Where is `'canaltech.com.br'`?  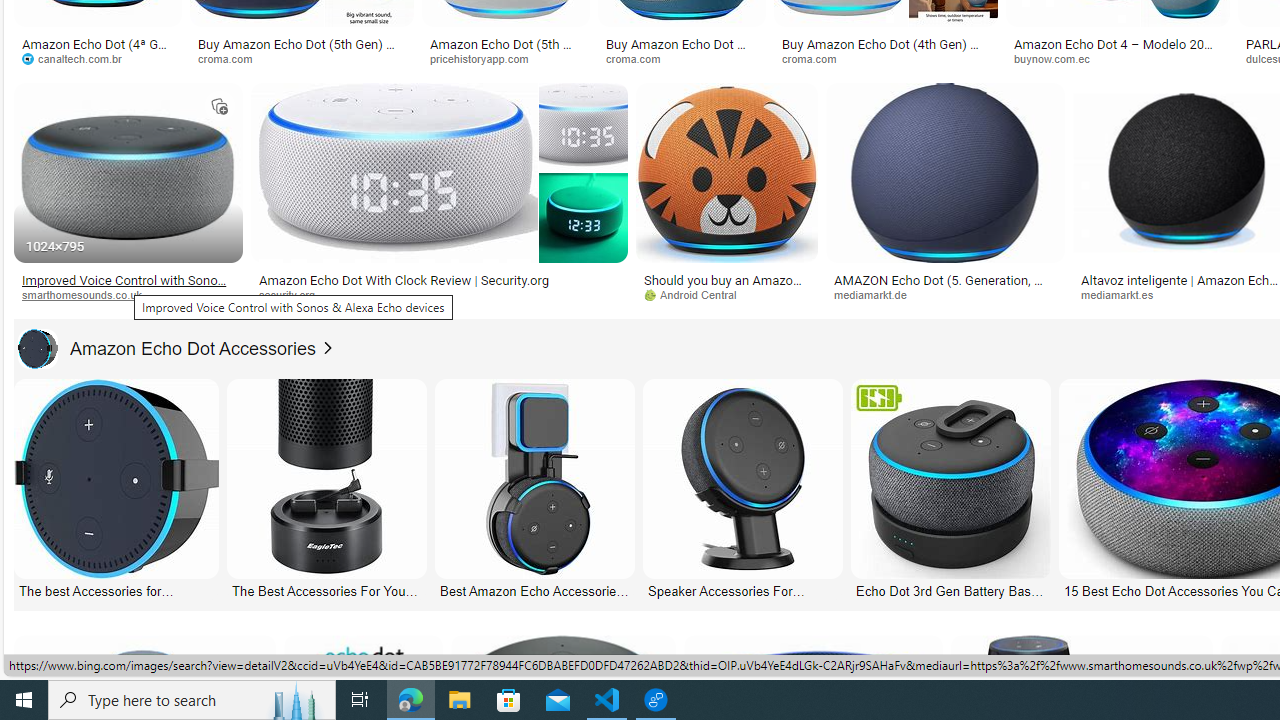
'canaltech.com.br' is located at coordinates (96, 58).